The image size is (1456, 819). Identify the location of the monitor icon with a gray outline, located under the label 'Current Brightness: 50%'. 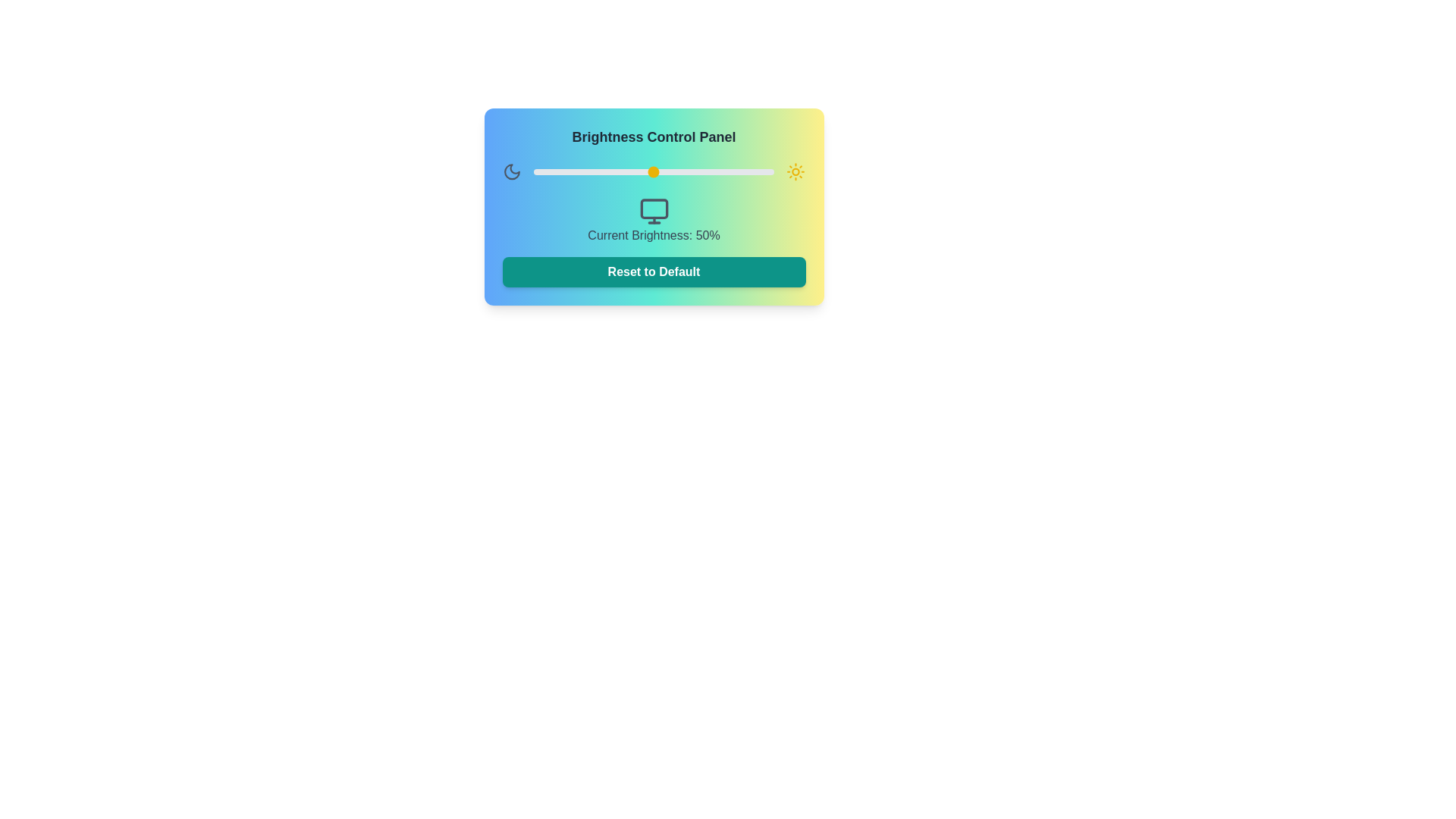
(654, 211).